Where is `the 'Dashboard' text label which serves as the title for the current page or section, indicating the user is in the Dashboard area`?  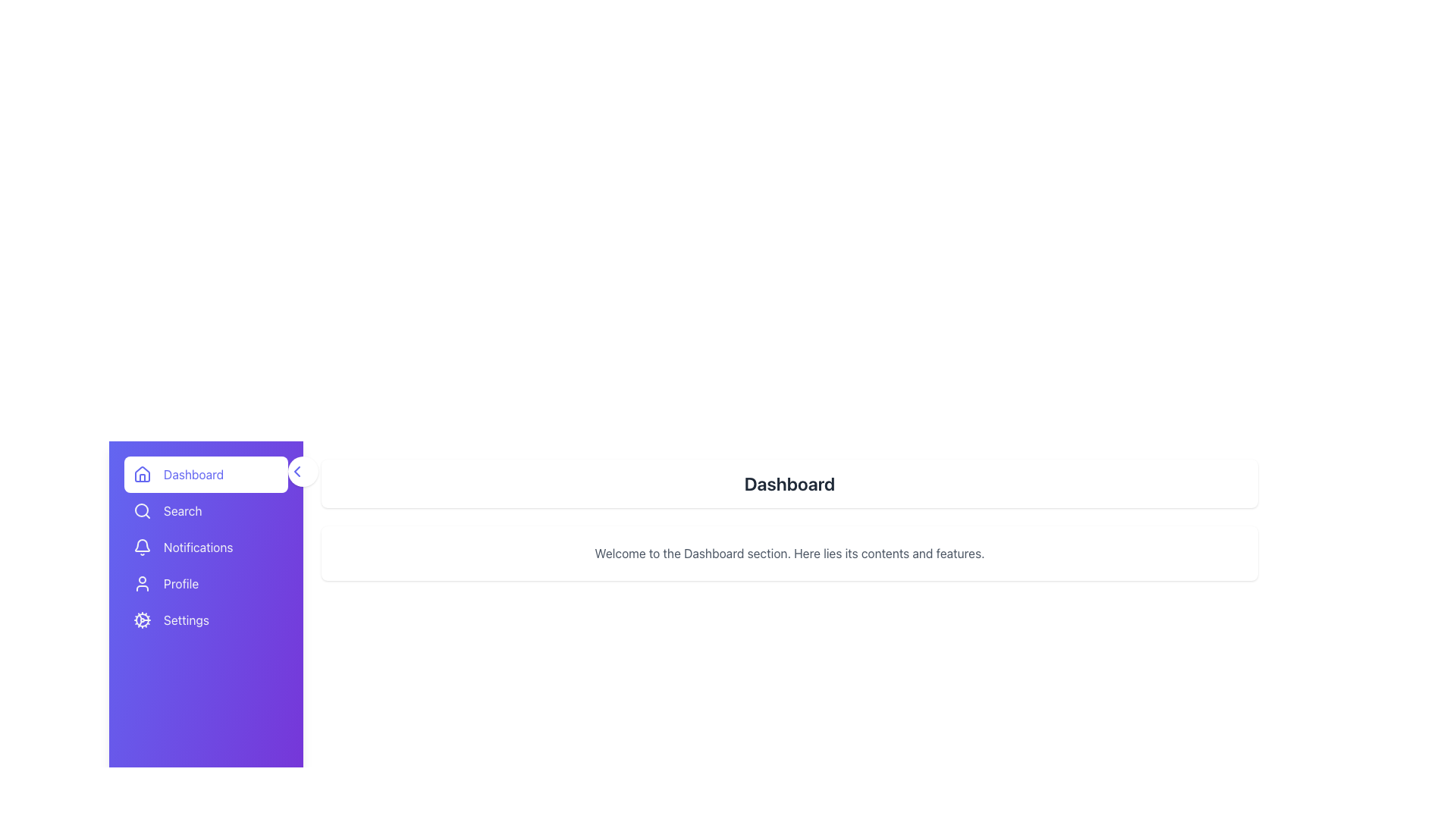 the 'Dashboard' text label which serves as the title for the current page or section, indicating the user is in the Dashboard area is located at coordinates (789, 483).